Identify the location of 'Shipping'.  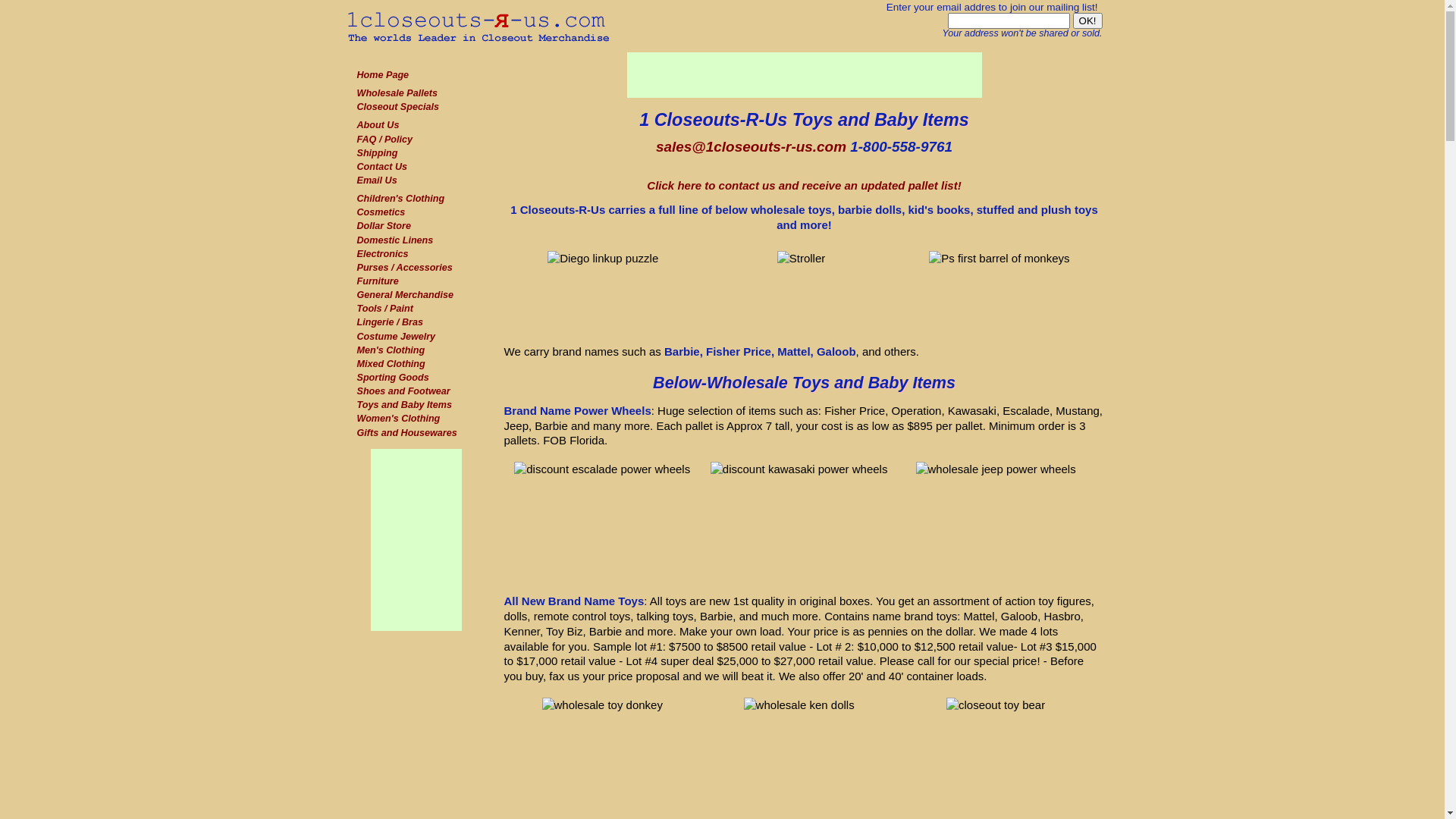
(377, 152).